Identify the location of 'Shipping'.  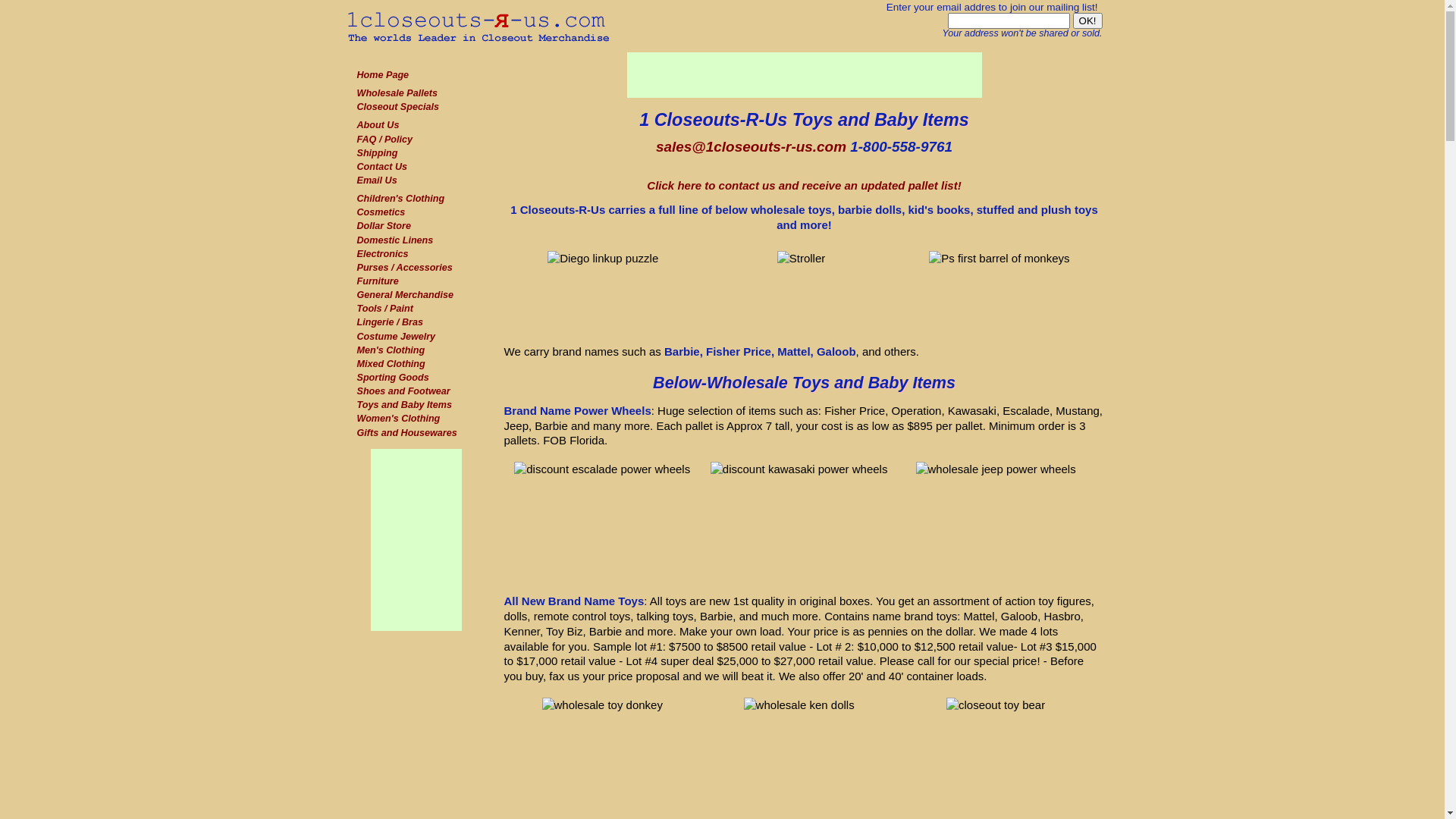
(377, 152).